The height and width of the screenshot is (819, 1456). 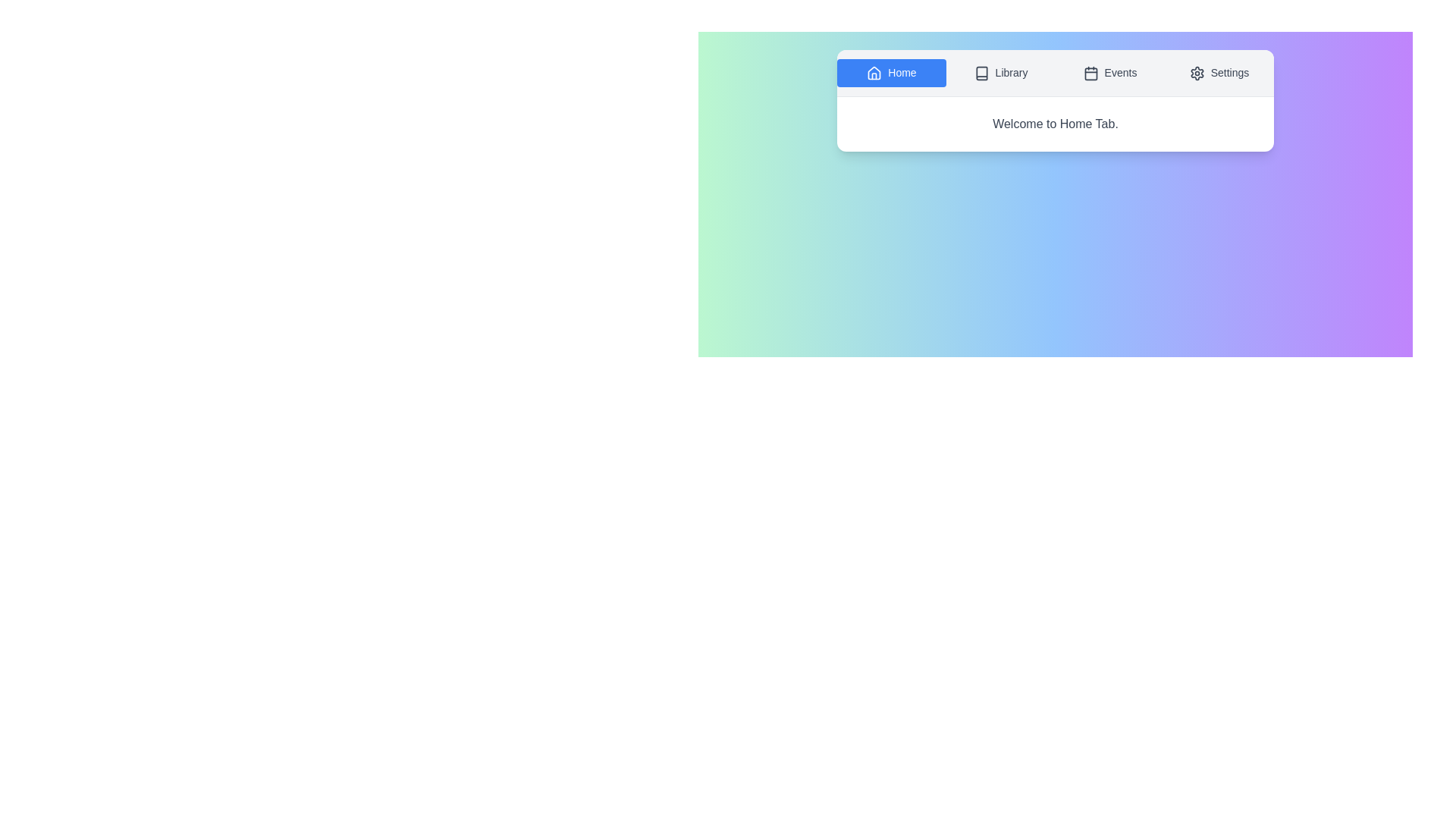 What do you see at coordinates (1110, 73) in the screenshot?
I see `the Navigation Tab labeled 'Events' which features a calendar icon and is the third item in the navigation bar` at bounding box center [1110, 73].